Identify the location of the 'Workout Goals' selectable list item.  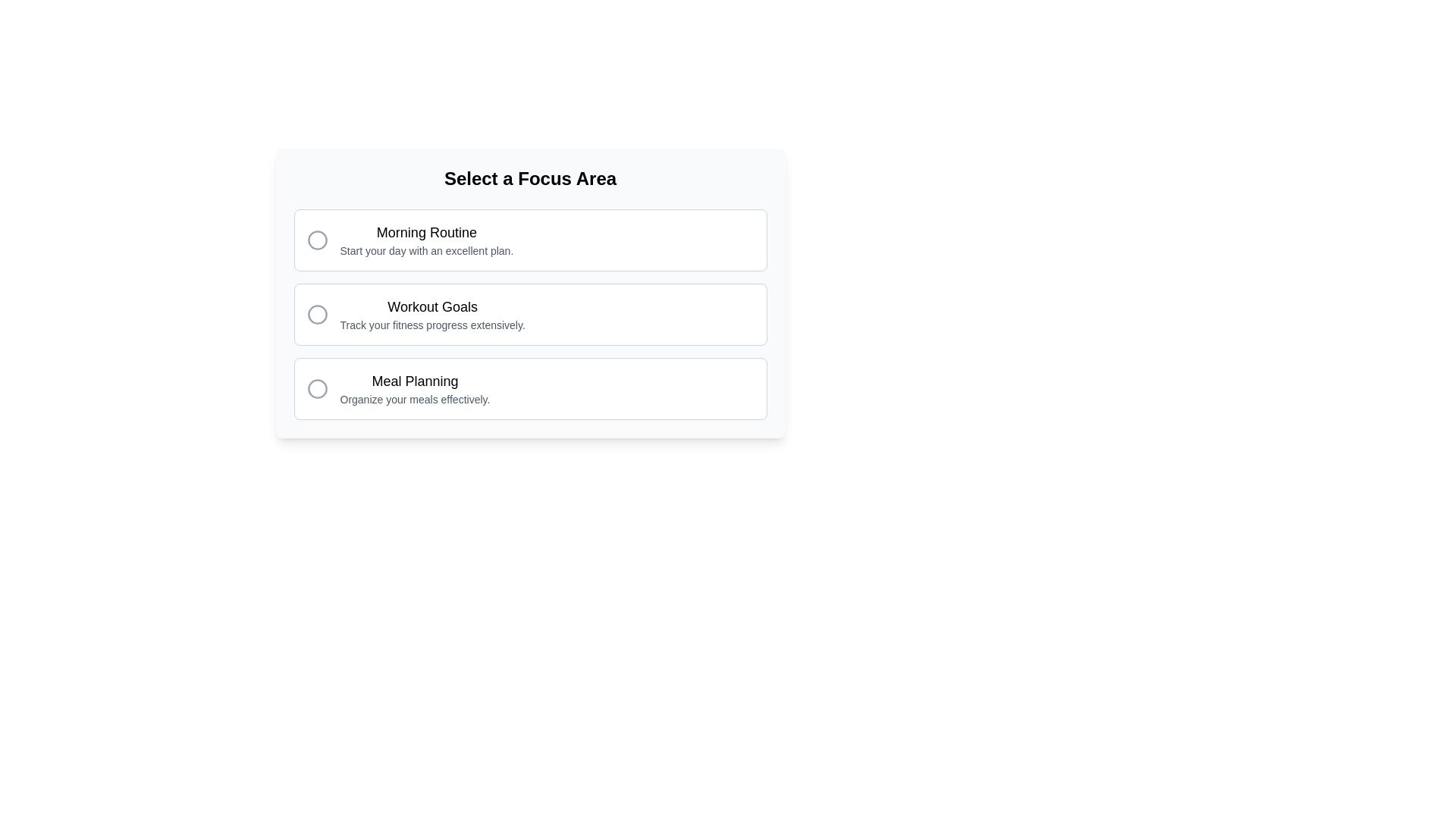
(530, 314).